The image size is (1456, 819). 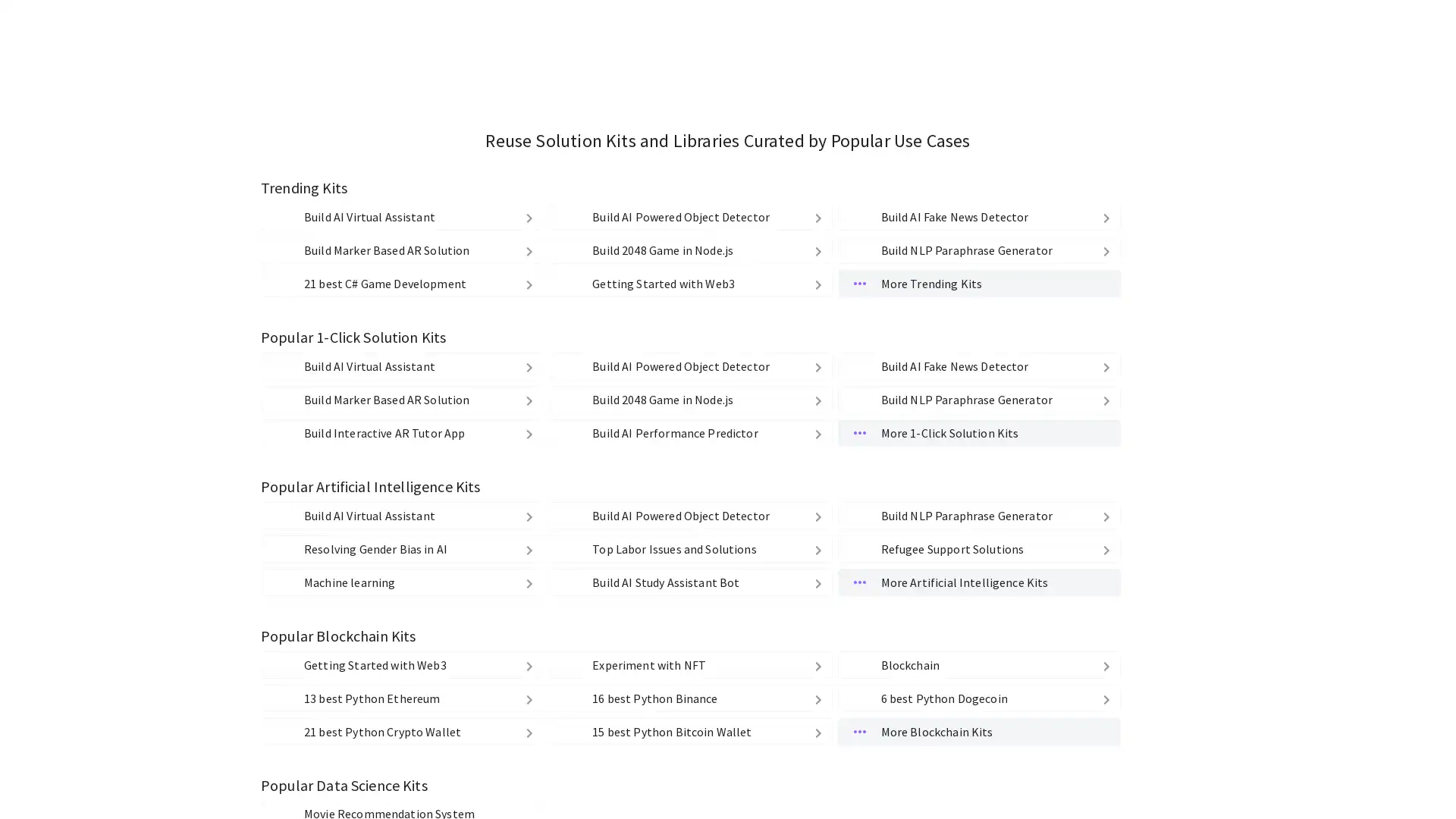 I want to click on csharp-game-development 21 best C# Game Development, so click(x=402, y=663).